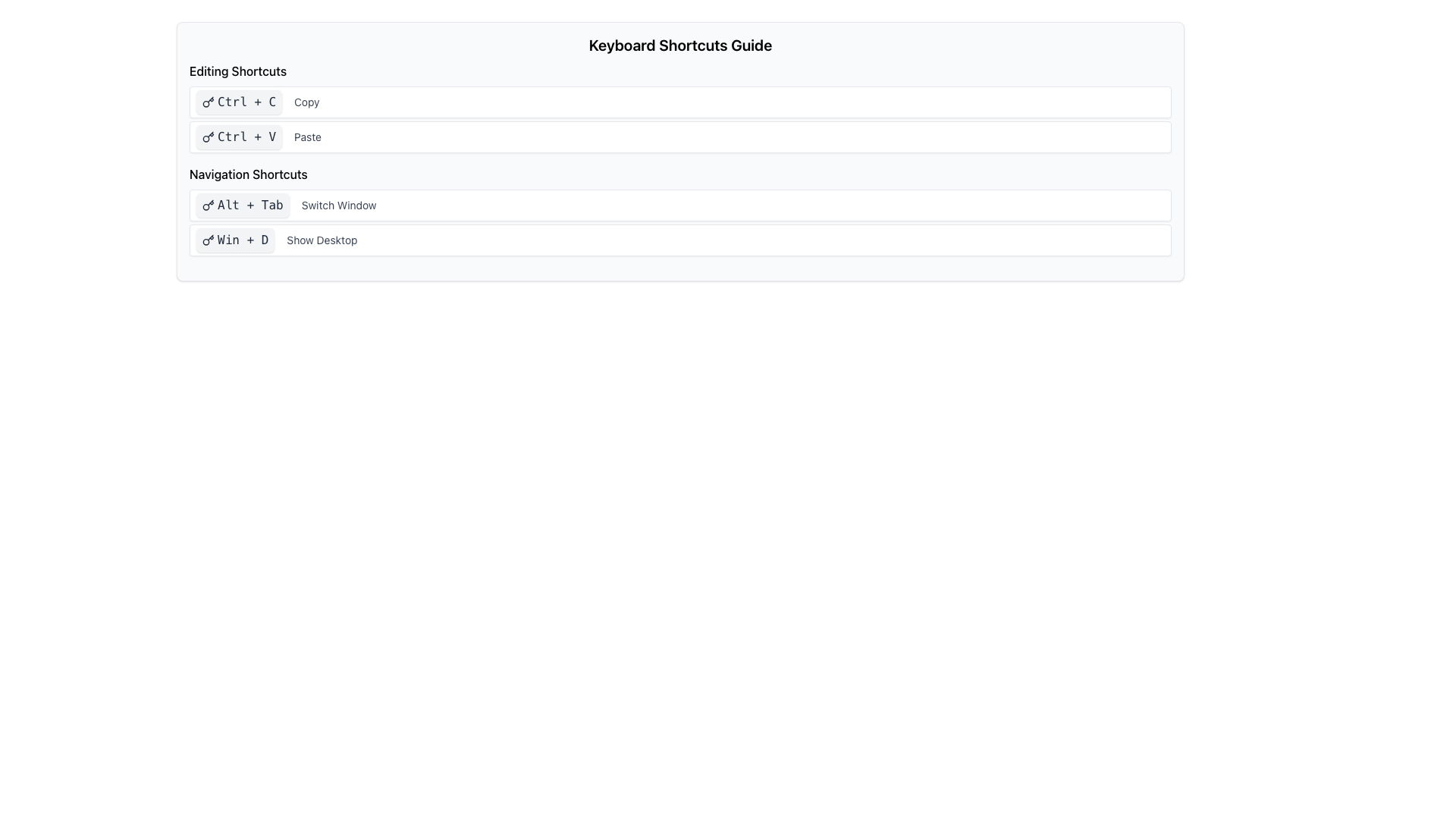 The image size is (1456, 819). Describe the element at coordinates (207, 205) in the screenshot. I see `the key icon that signifies the 'Alt + Tab' keyboard shortcut, located in the 'Navigation Shortcuts' section of the interface` at that location.